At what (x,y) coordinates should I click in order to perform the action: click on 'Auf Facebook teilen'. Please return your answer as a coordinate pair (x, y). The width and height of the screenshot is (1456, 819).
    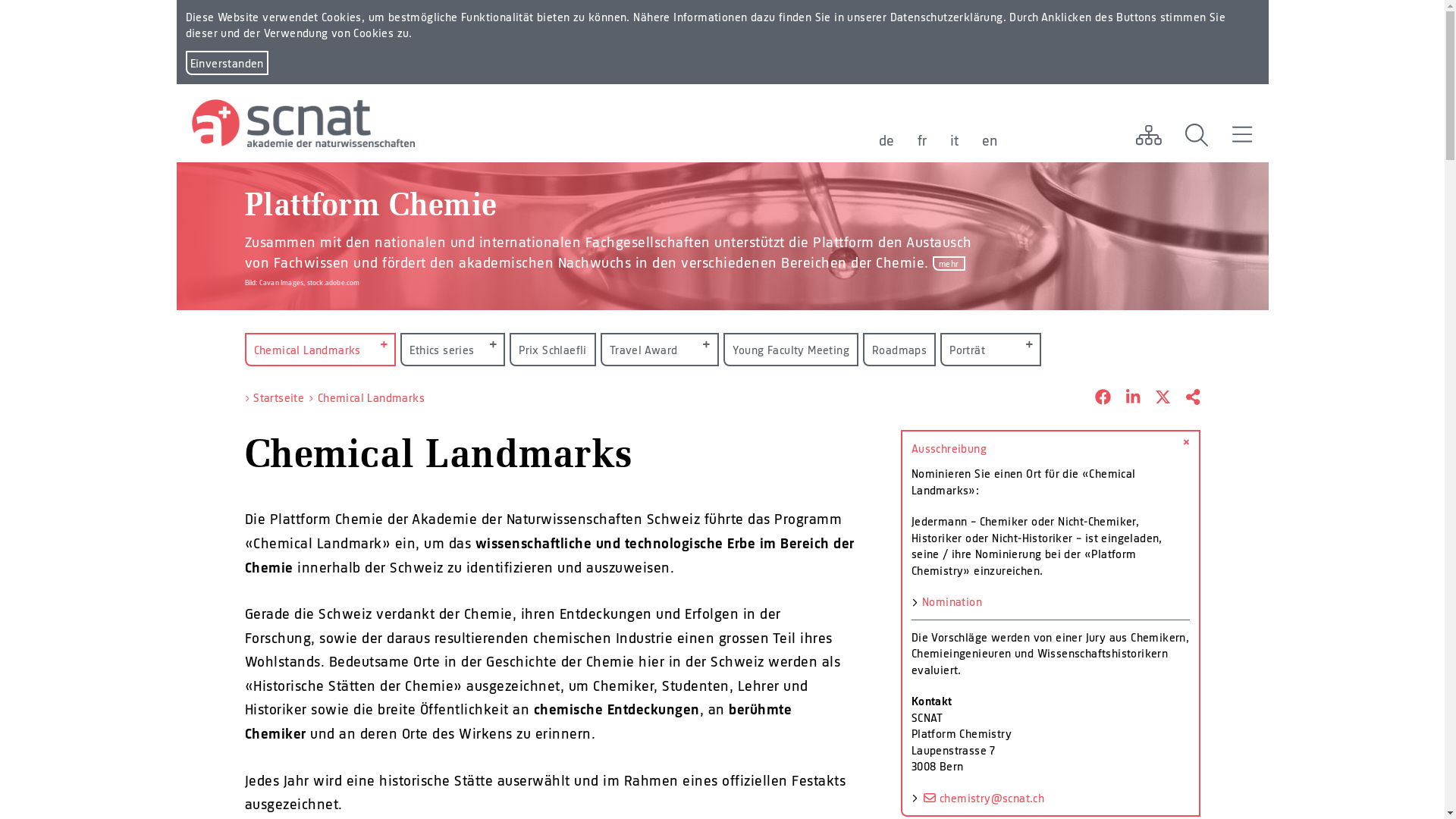
    Looking at the image, I should click on (1095, 397).